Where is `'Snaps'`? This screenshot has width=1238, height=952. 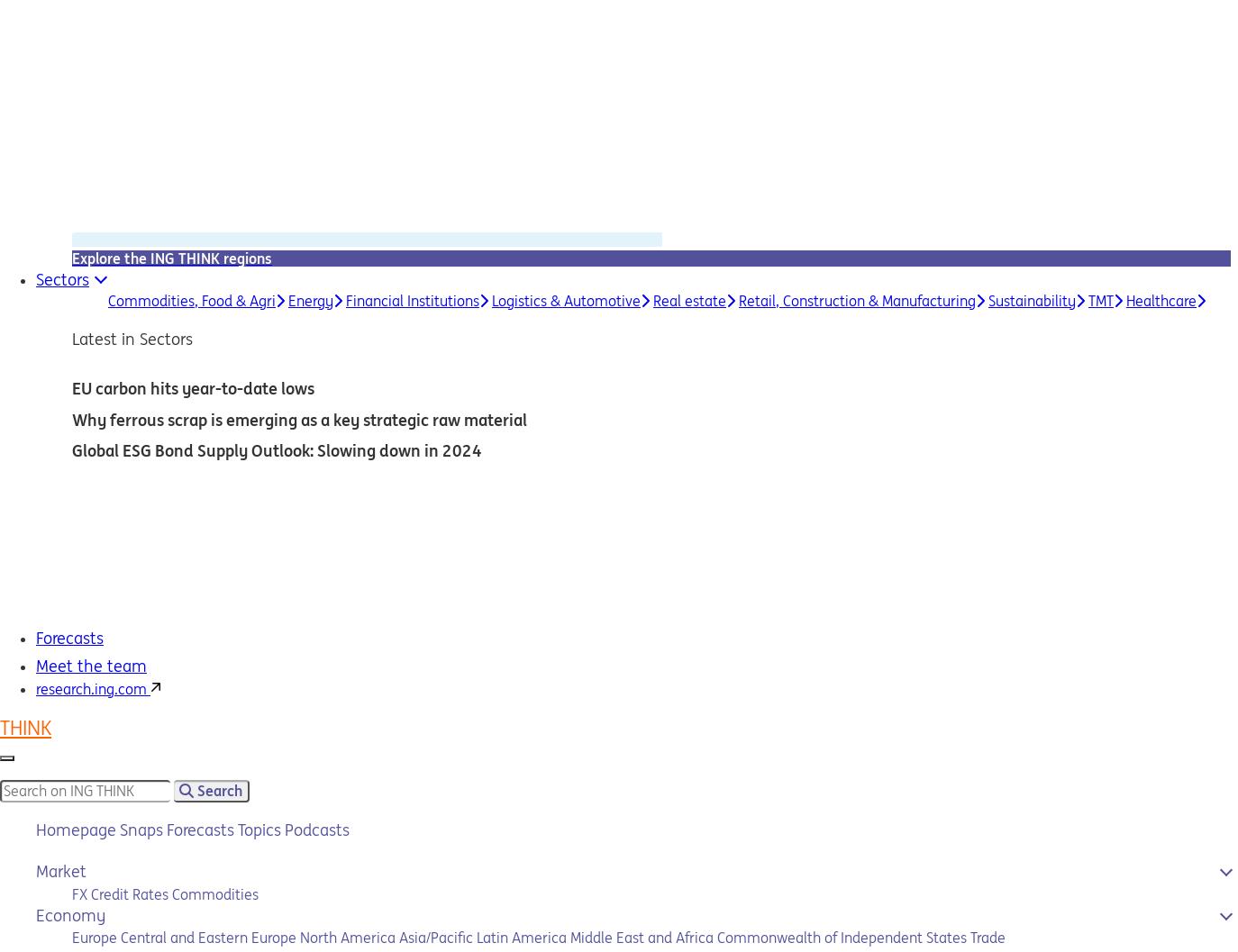 'Snaps' is located at coordinates (141, 829).